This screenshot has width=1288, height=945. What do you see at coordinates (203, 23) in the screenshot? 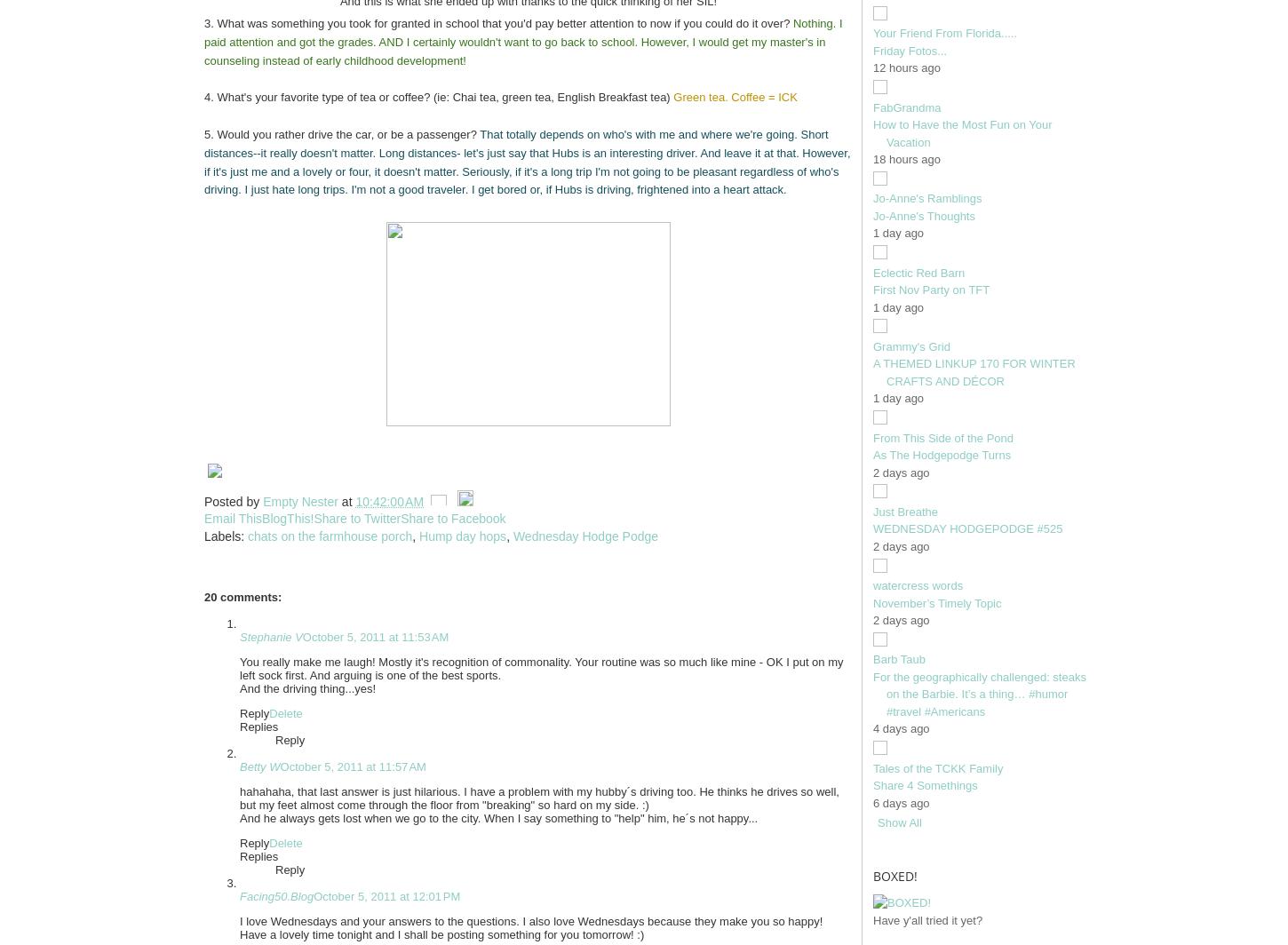
I see `'3. What was something you took for granted in school that you'd pay better attention to now if you could do it over?'` at bounding box center [203, 23].